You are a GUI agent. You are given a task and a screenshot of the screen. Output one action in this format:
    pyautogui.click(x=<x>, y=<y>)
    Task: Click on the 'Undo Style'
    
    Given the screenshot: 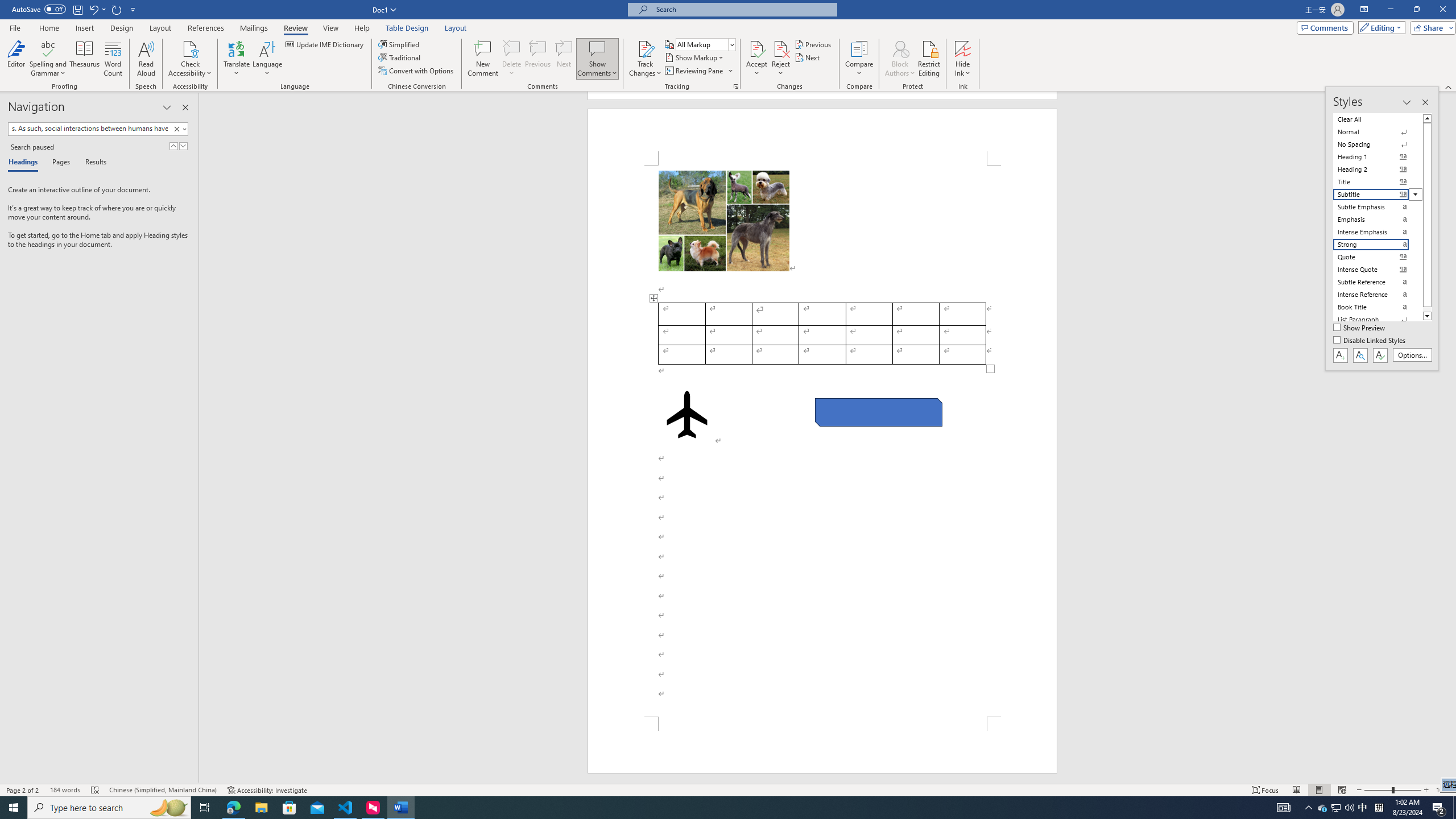 What is the action you would take?
    pyautogui.click(x=97, y=9)
    